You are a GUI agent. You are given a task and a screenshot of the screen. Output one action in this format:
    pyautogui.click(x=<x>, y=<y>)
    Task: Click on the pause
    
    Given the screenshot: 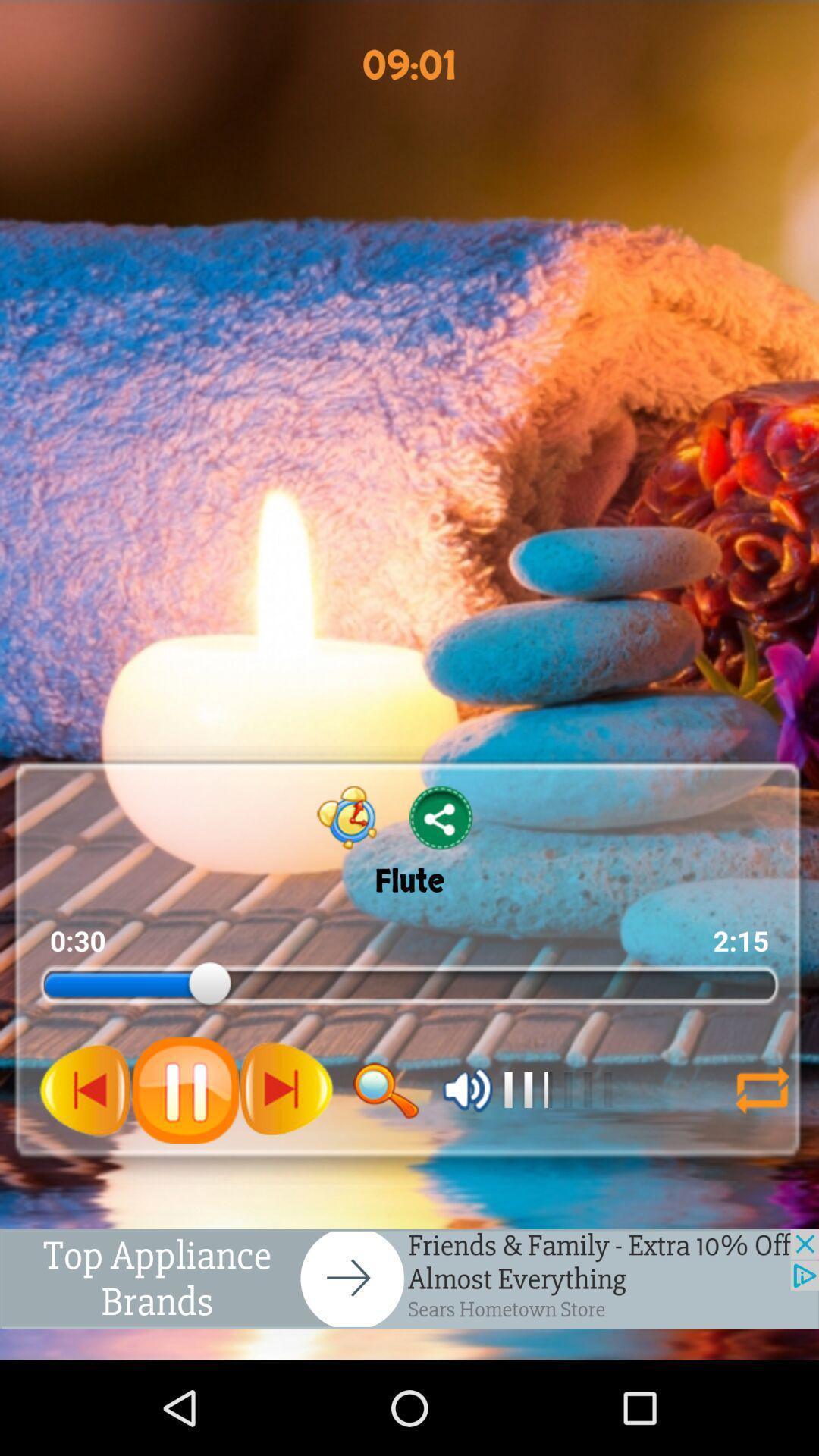 What is the action you would take?
    pyautogui.click(x=184, y=1090)
    